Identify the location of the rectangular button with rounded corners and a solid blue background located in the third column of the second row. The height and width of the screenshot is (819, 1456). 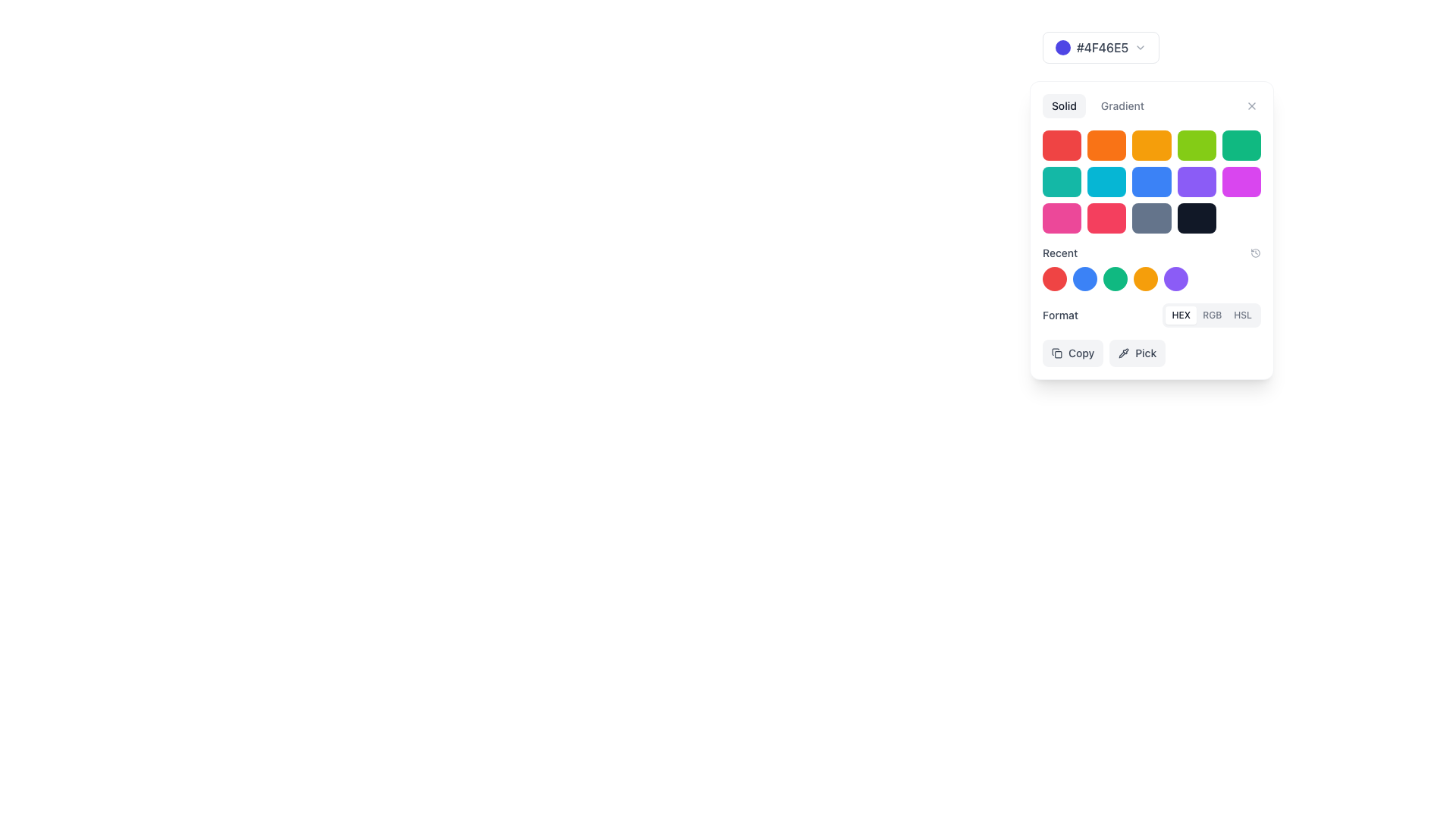
(1151, 180).